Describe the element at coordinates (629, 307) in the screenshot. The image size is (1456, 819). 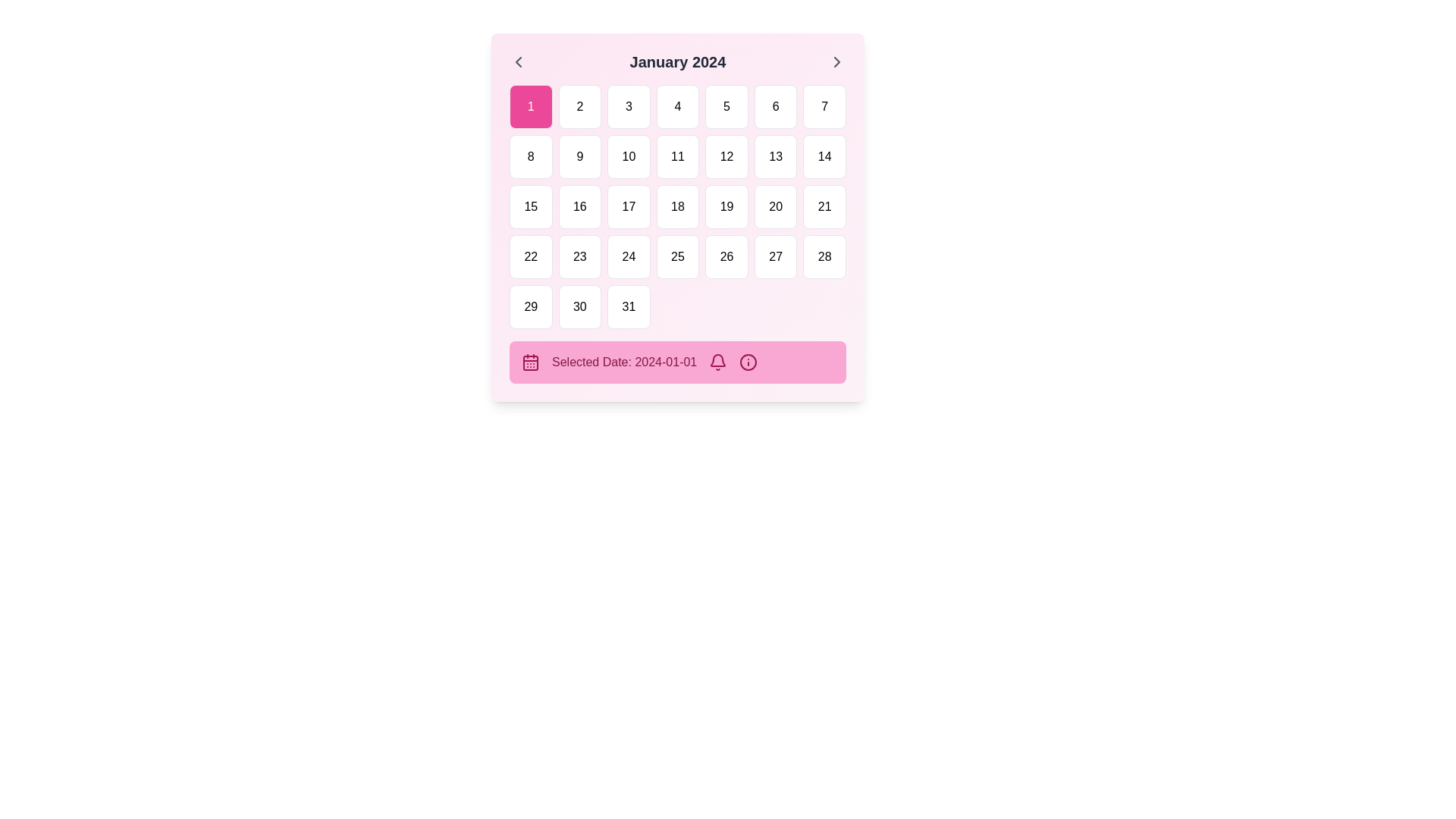
I see `the button labeled '31' which has a rounded rectangular shape and a white background` at that location.